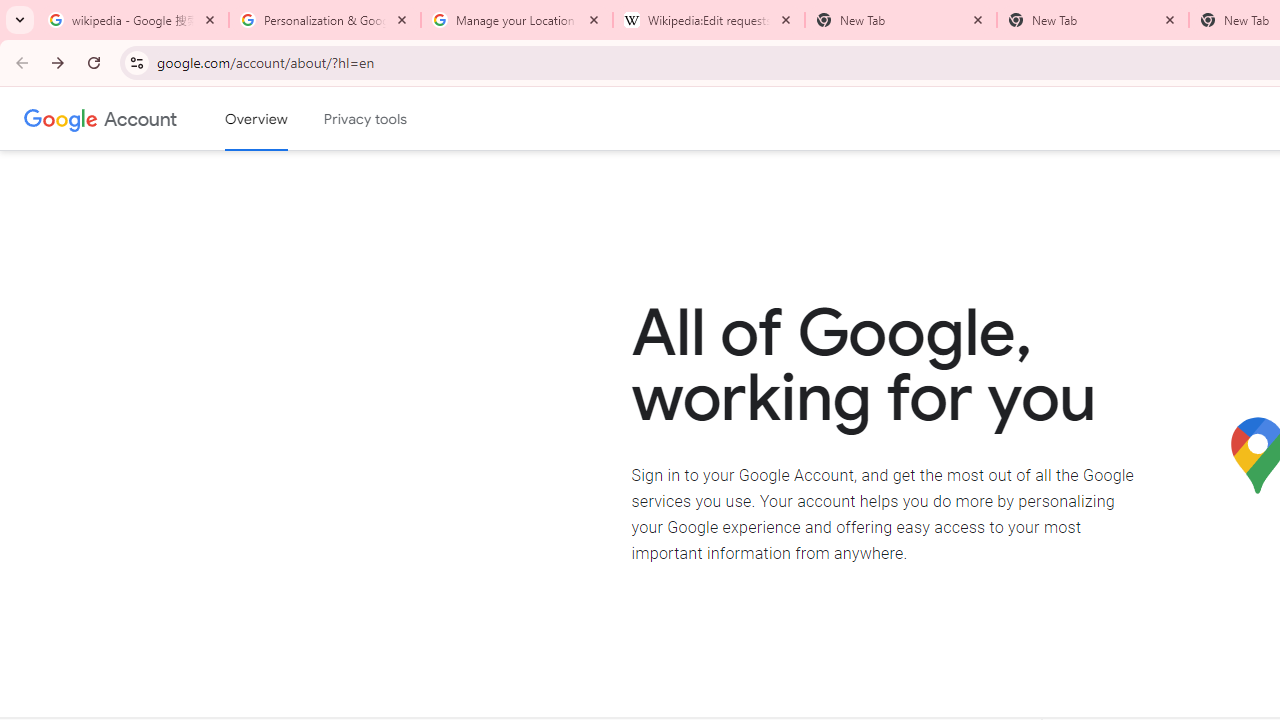 The image size is (1280, 720). What do you see at coordinates (325, 20) in the screenshot?
I see `'Personalization & Google Search results - Google Search Help'` at bounding box center [325, 20].